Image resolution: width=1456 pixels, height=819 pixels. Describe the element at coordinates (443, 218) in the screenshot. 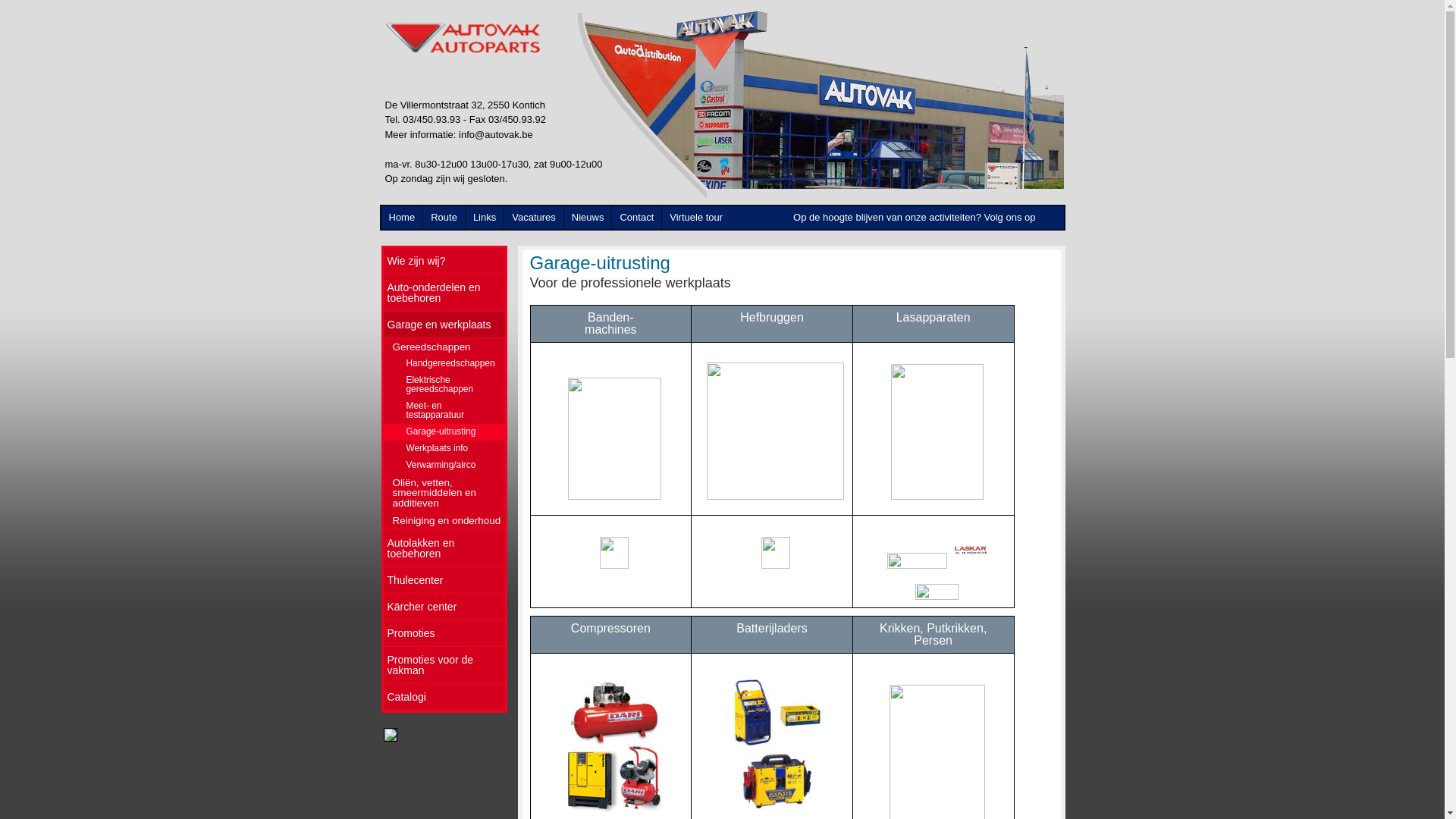

I see `'Route'` at that location.